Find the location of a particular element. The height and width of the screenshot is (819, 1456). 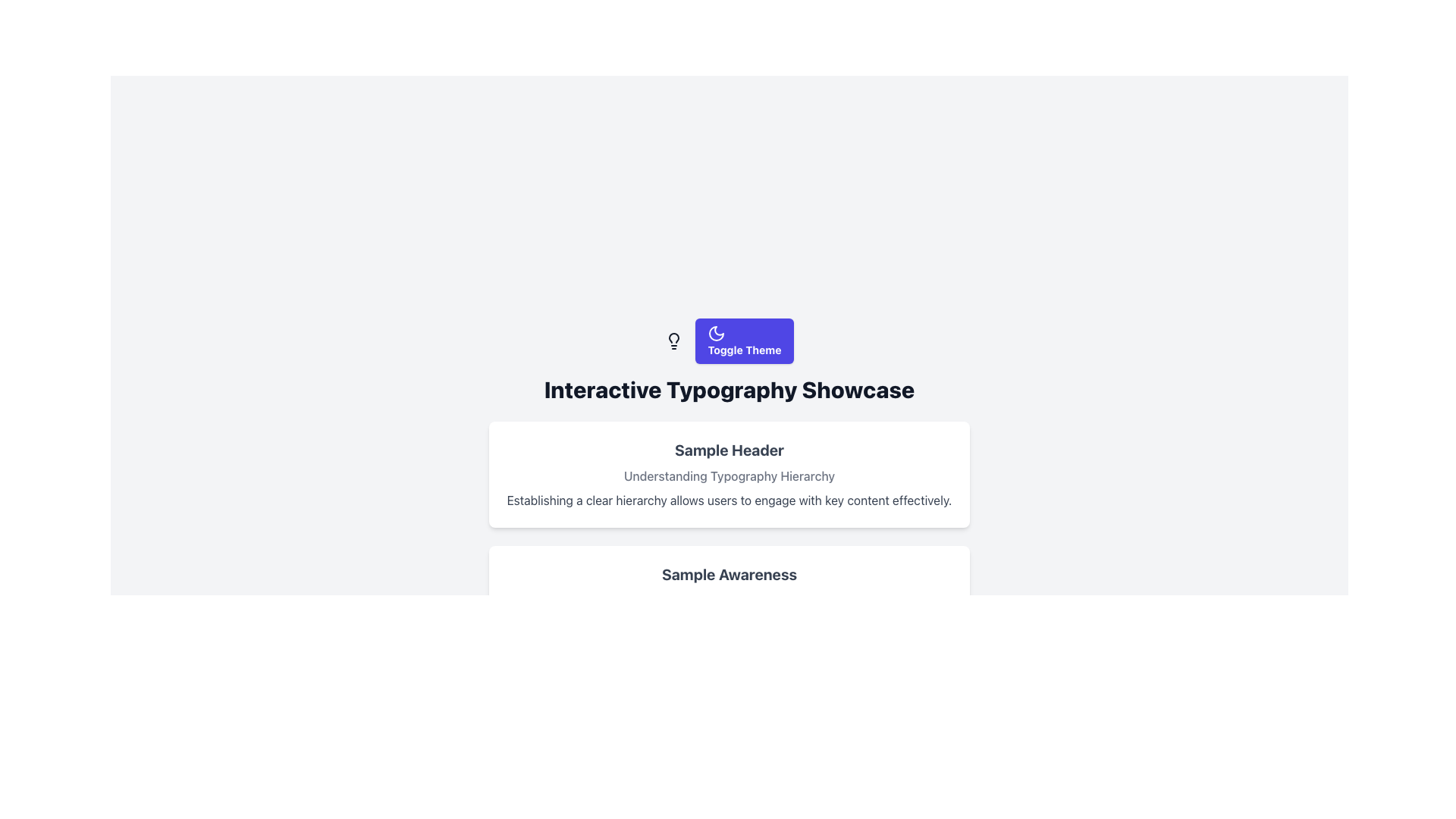

crescent moon icon within the 'Toggle Theme' button using developer tools is located at coordinates (716, 332).